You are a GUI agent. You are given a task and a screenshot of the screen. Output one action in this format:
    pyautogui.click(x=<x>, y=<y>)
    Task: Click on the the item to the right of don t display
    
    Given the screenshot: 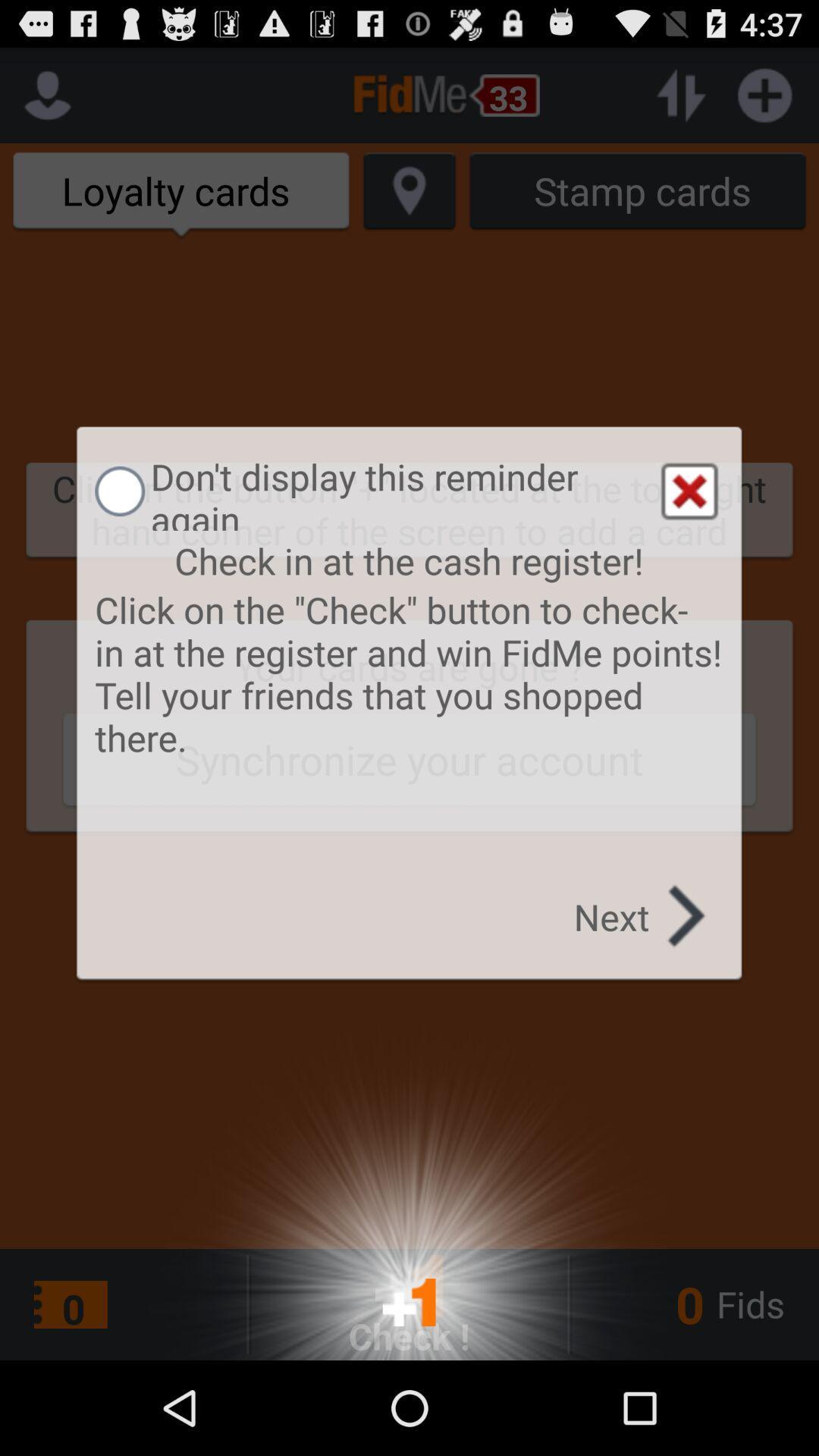 What is the action you would take?
    pyautogui.click(x=689, y=491)
    